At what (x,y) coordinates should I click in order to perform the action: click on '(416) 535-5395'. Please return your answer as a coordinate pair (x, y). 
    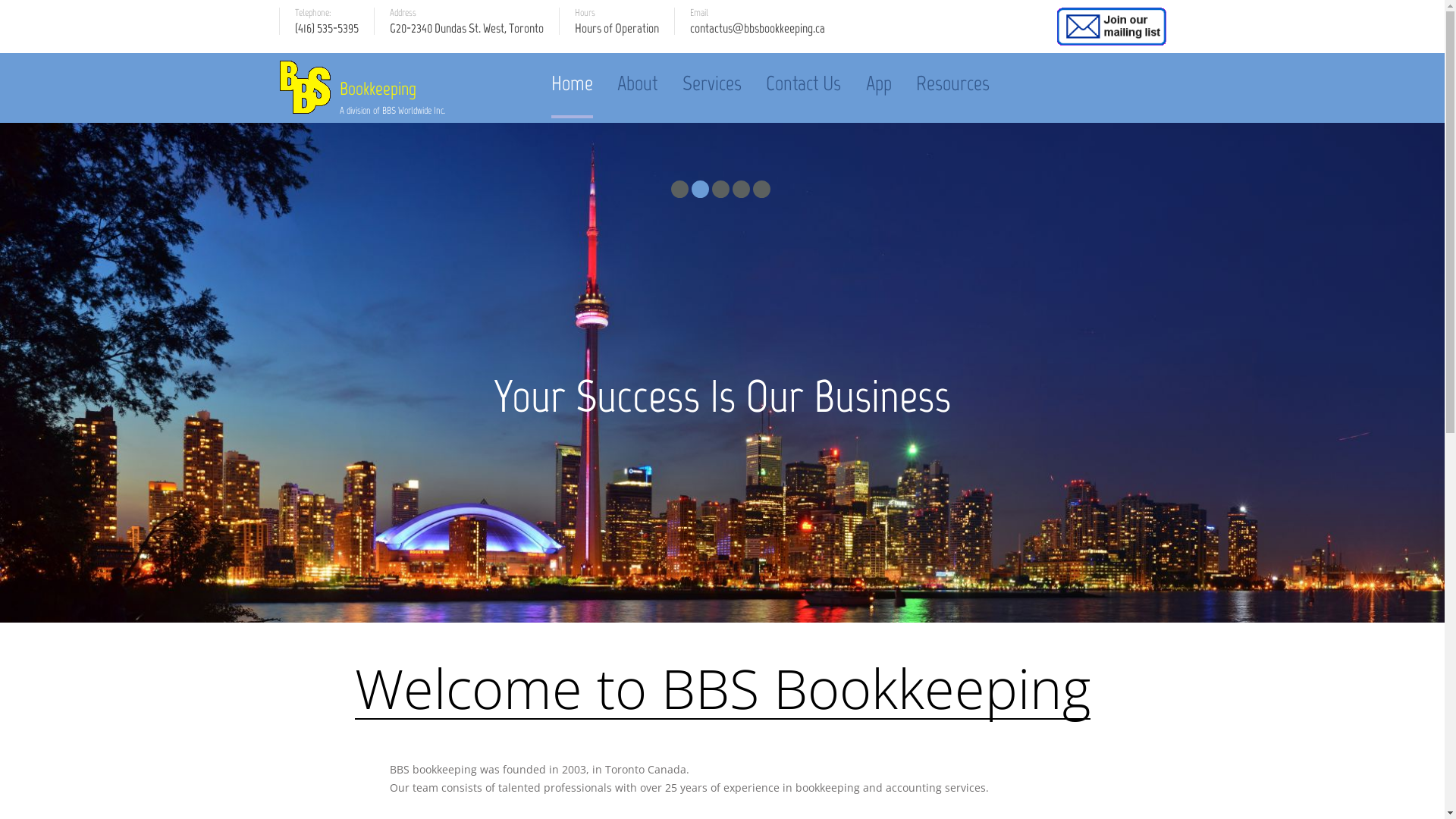
    Looking at the image, I should click on (325, 34).